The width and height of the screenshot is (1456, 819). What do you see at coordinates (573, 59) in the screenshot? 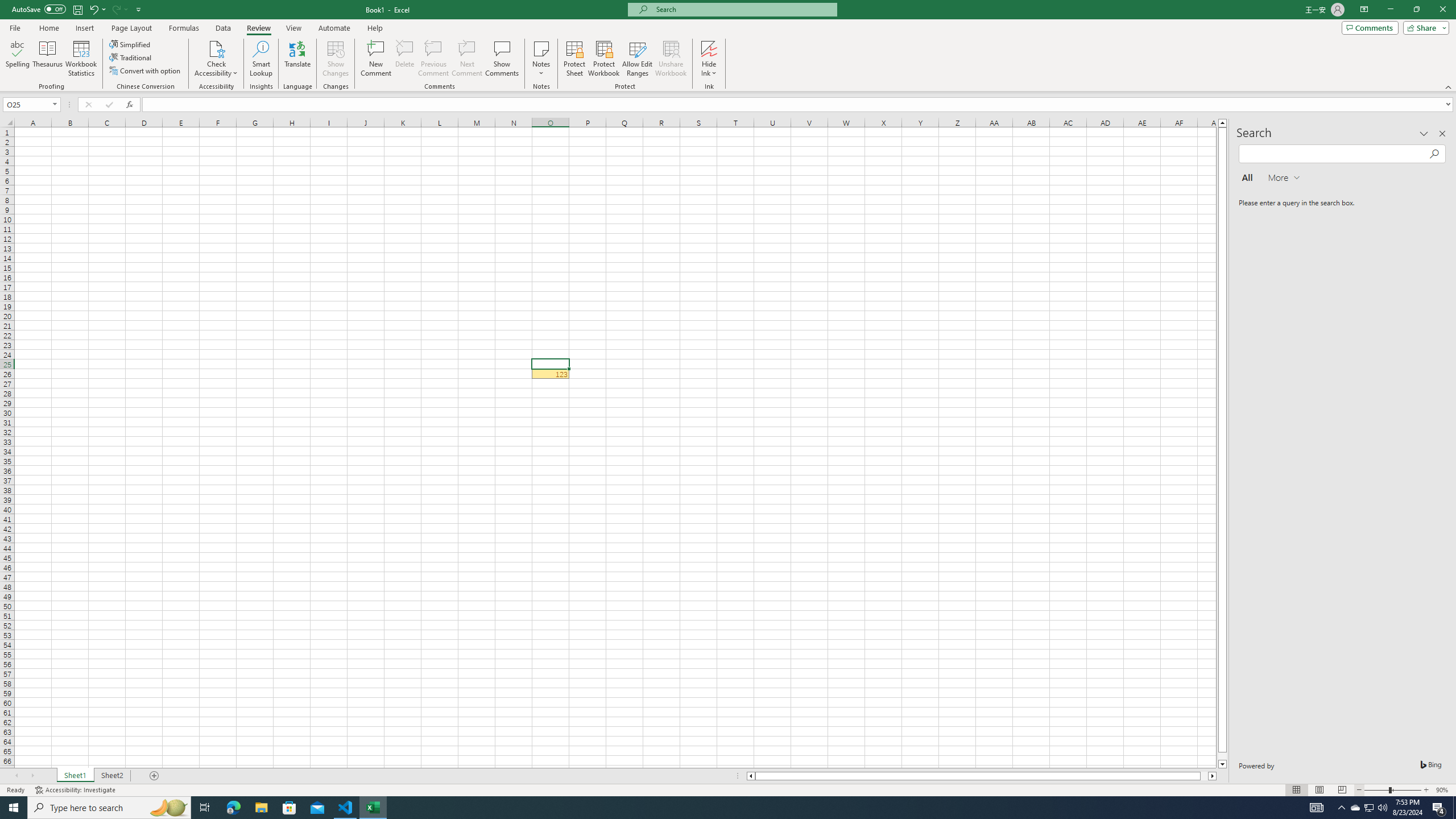
I see `'Protect Sheet...'` at bounding box center [573, 59].